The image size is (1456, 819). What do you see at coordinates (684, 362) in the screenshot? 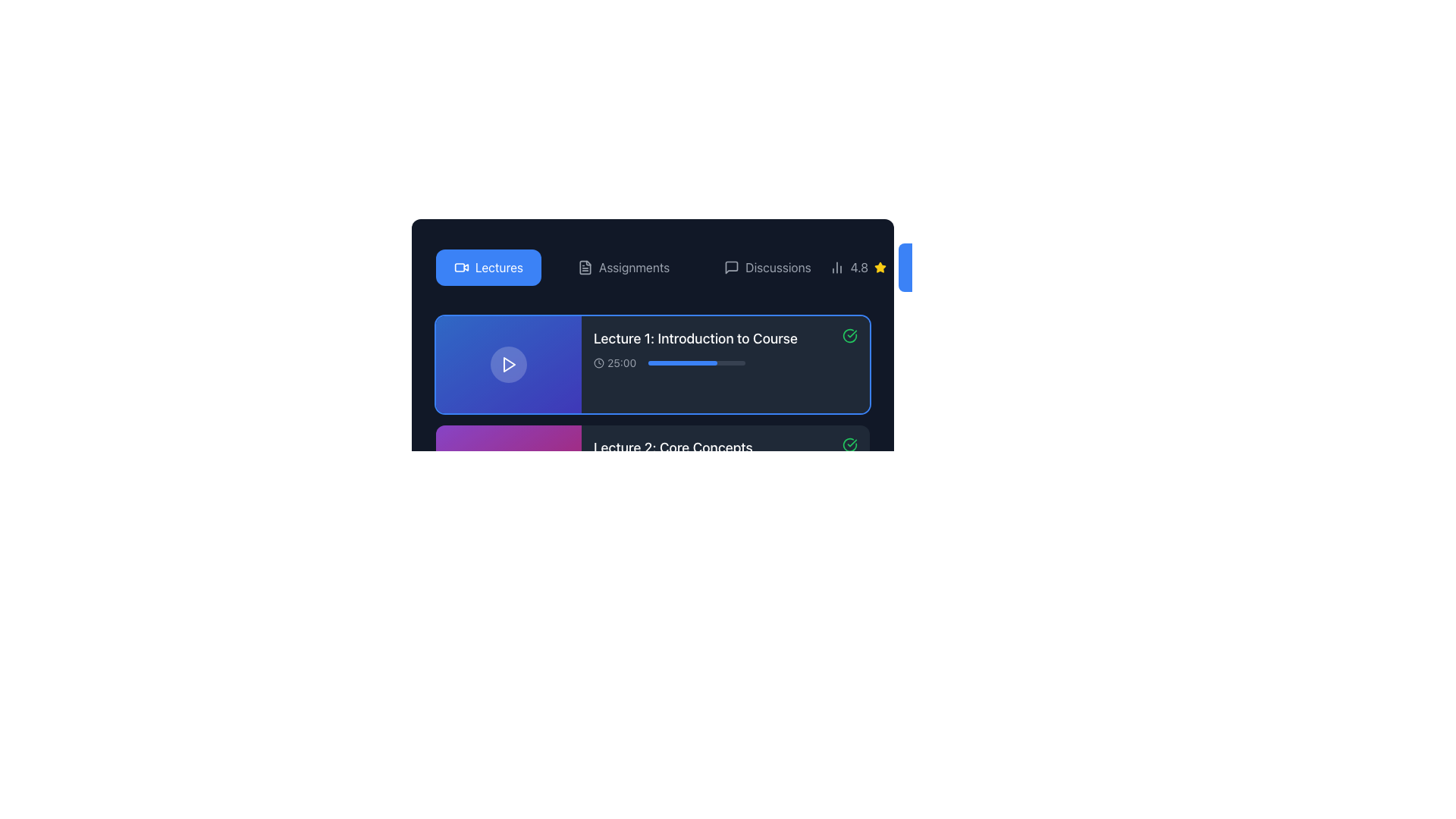
I see `the slider` at bounding box center [684, 362].